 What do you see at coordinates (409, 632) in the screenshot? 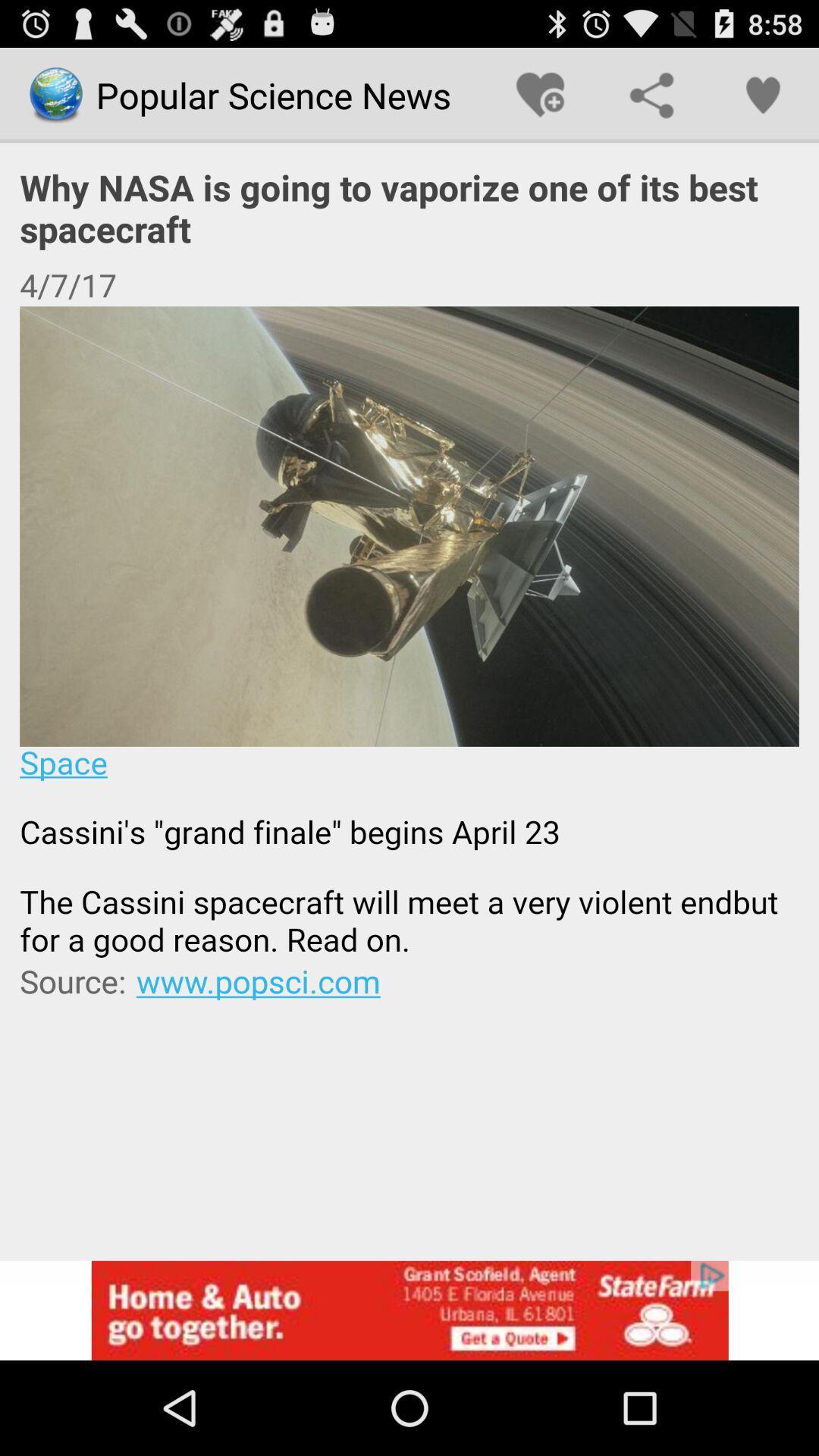
I see `article summary` at bounding box center [409, 632].